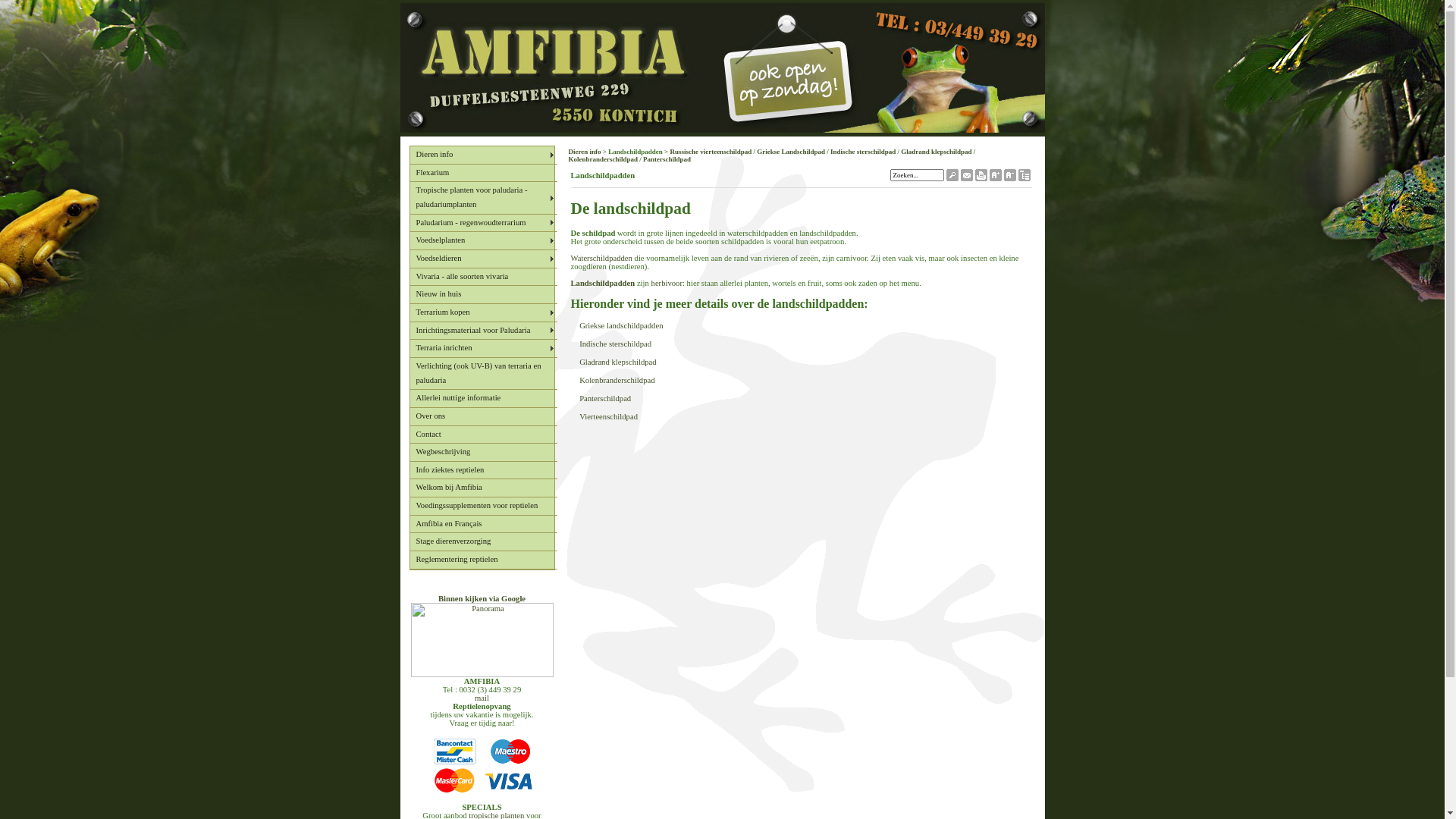  I want to click on 'Terraria inrichten', so click(482, 348).